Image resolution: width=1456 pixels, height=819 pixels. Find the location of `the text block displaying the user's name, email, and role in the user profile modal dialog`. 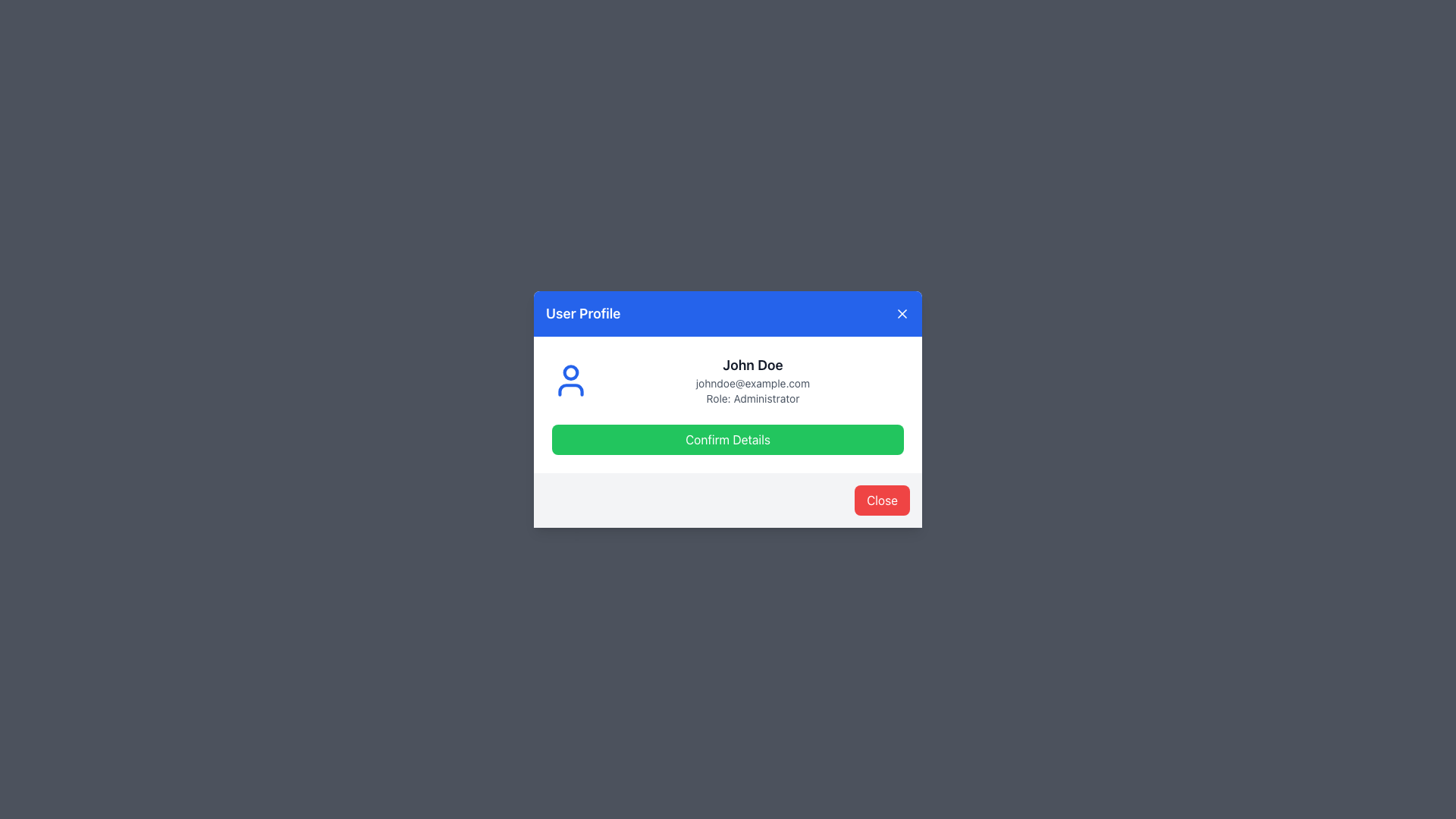

the text block displaying the user's name, email, and role in the user profile modal dialog is located at coordinates (753, 379).